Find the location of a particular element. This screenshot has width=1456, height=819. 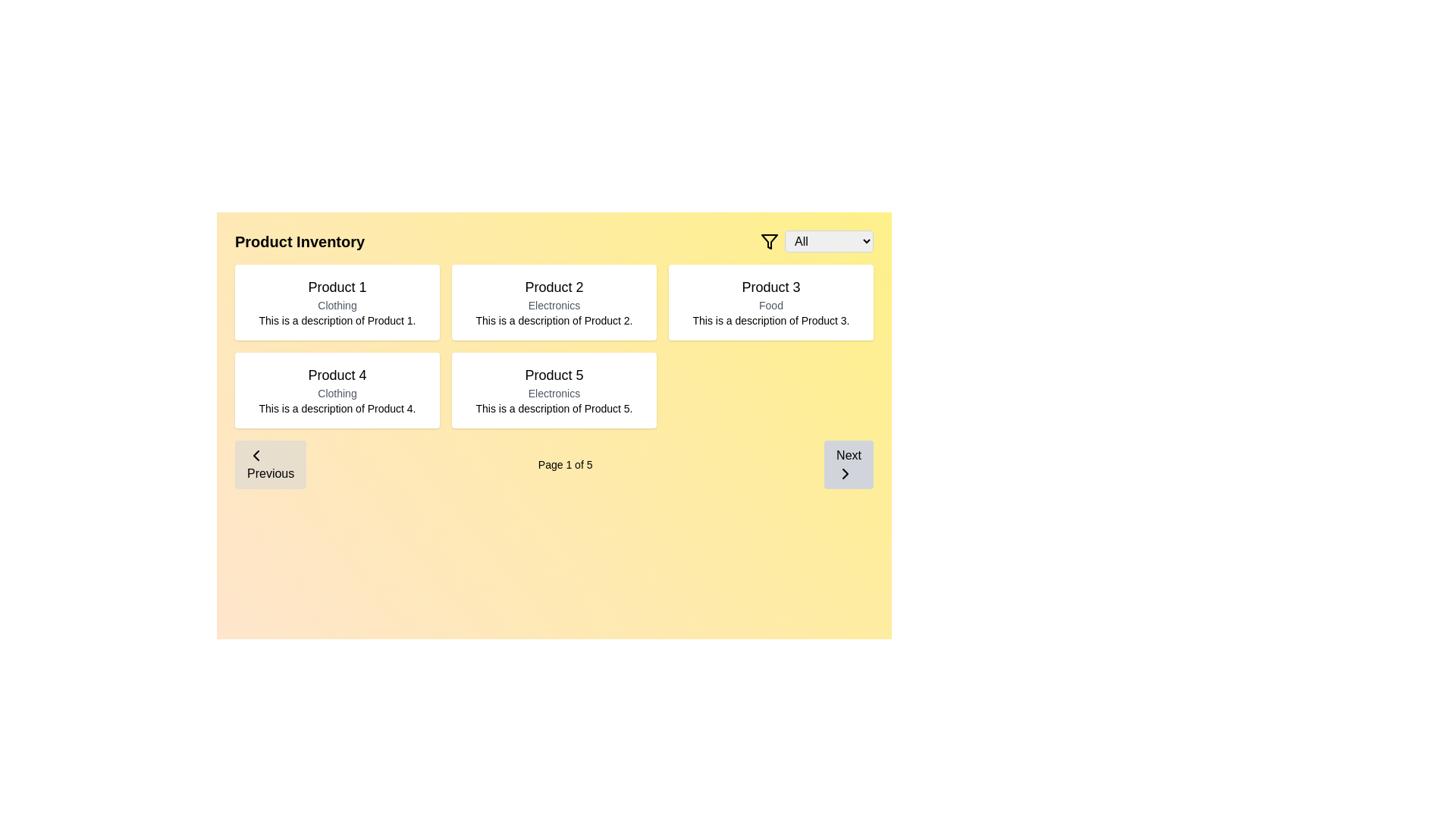

the chevron icon within the 'Next' button located at the bottom-right corner of the interface is located at coordinates (845, 472).